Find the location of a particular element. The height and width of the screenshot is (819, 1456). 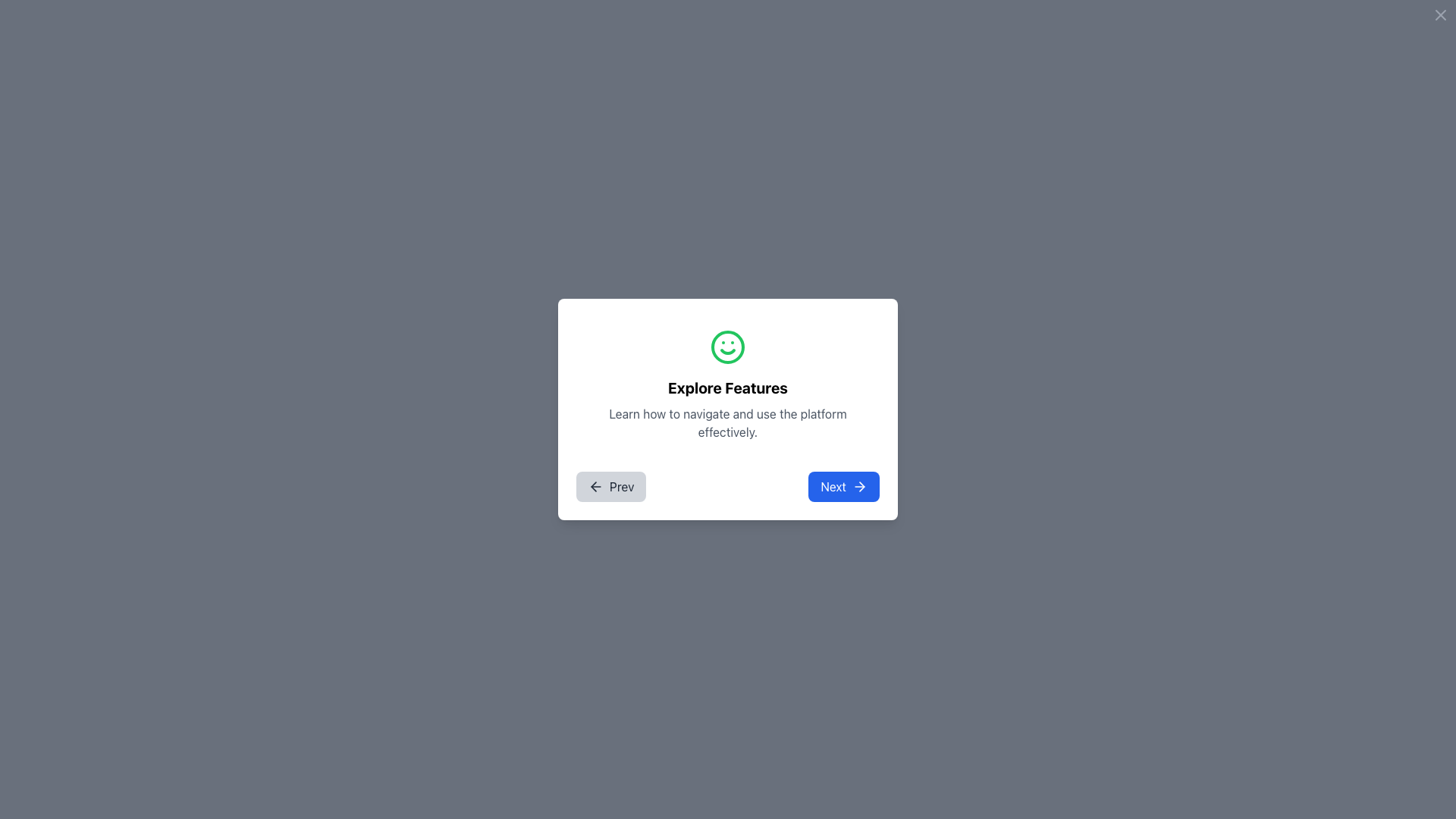

the explanatory text label located below 'Explore Features' in the centered popup UI section is located at coordinates (728, 423).